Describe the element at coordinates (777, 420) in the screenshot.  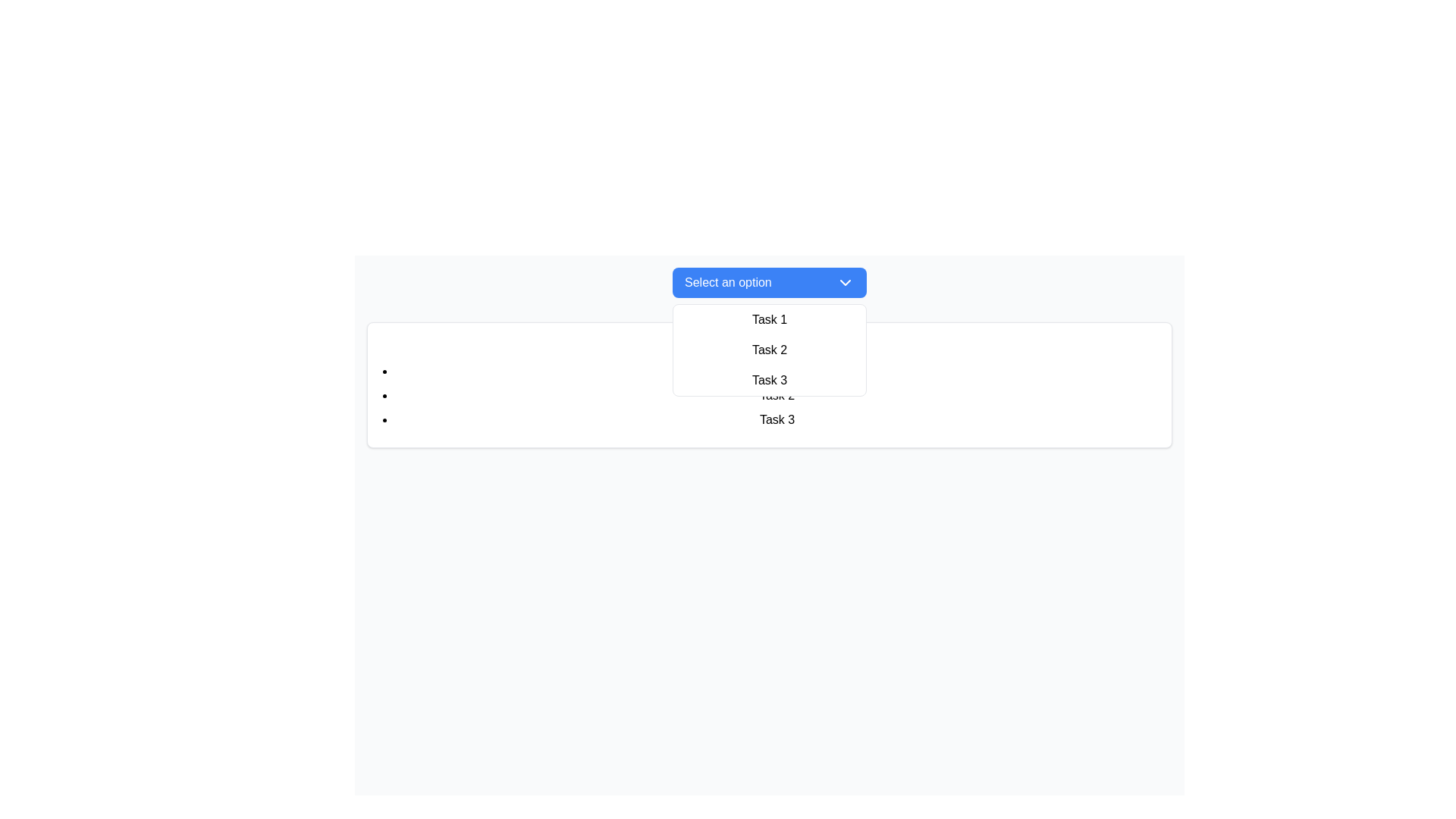
I see `the text label displaying 'Task 3', which is the last item in the bulleted list, positioned below 'Task 2'` at that location.